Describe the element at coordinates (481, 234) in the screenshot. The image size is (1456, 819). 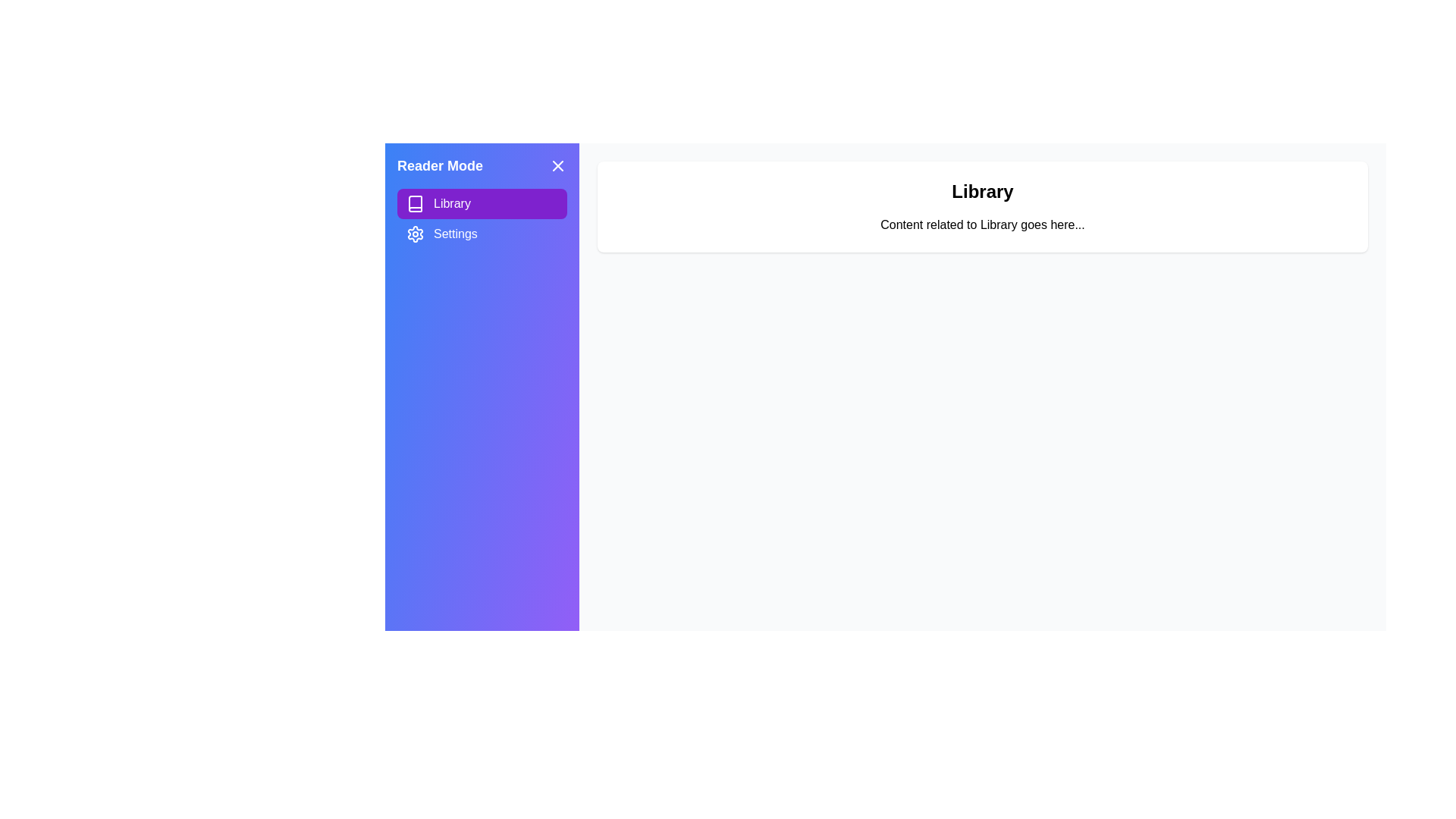
I see `the section Settings from the drawer menu` at that location.